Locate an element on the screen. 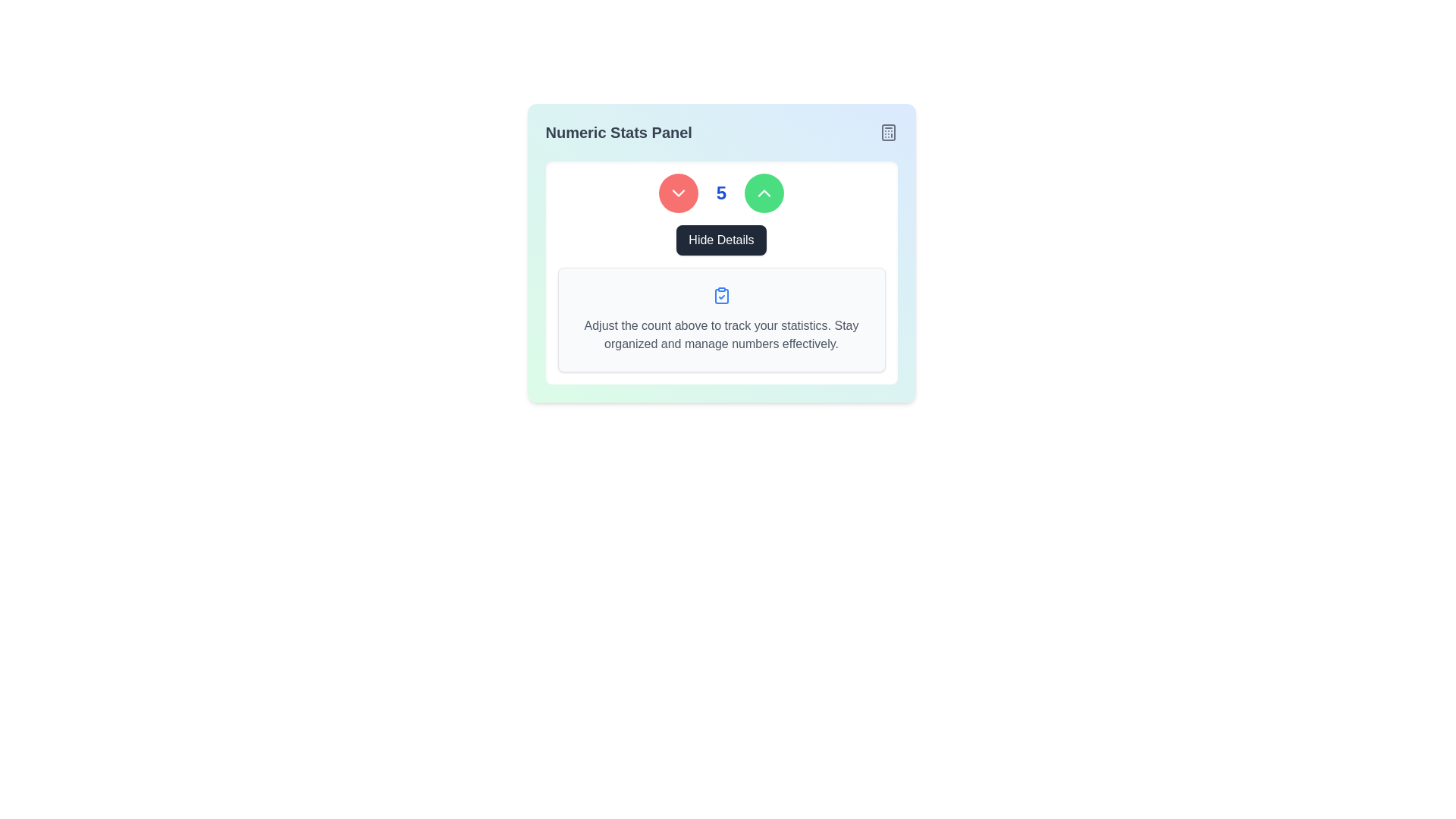  the blue, bold text displaying the number '5', which is centered between a red downwards arrow button on the left and a green upwards arrow button on the right is located at coordinates (720, 192).